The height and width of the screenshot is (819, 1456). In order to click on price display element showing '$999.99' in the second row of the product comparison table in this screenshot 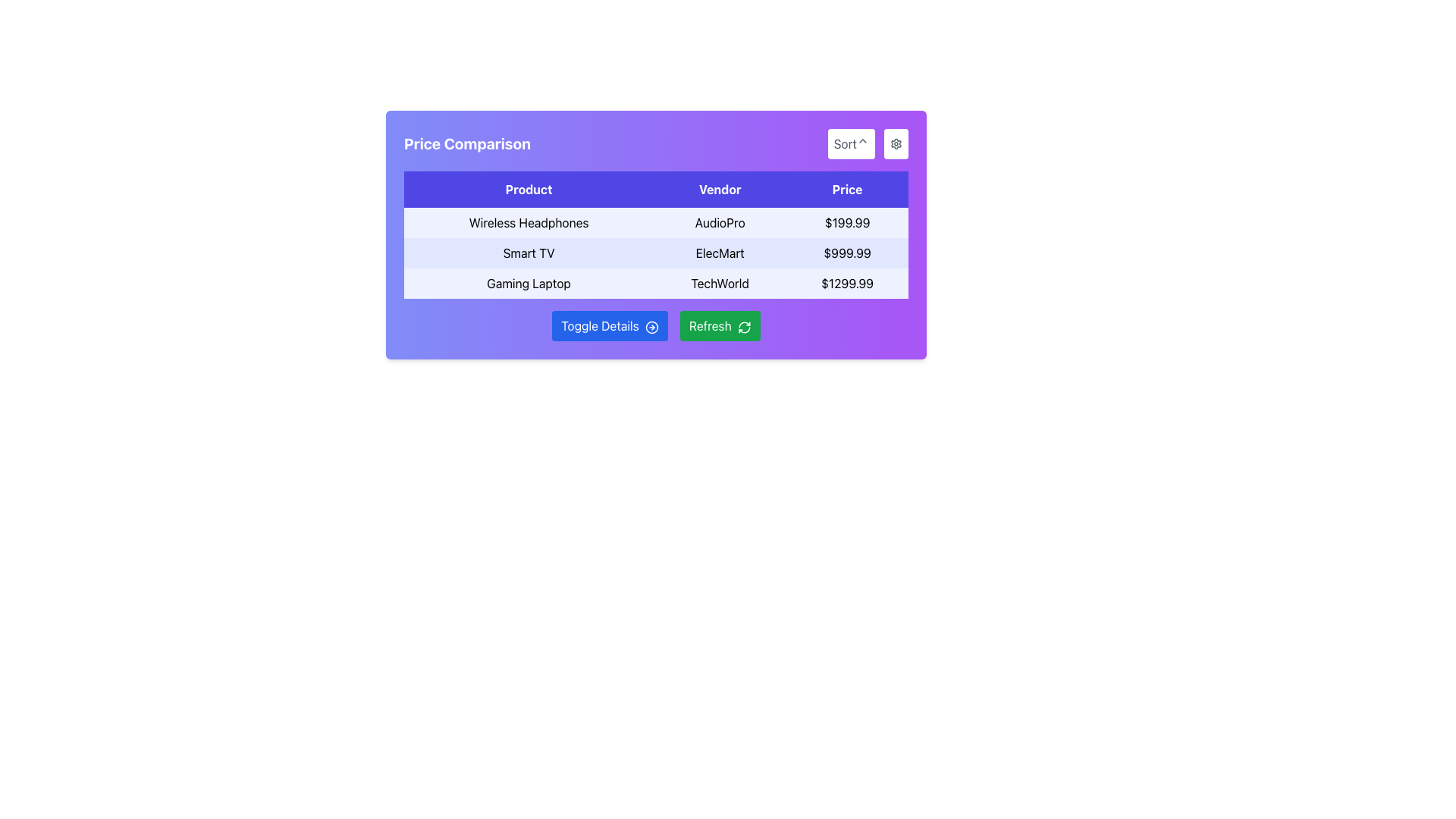, I will do `click(846, 253)`.